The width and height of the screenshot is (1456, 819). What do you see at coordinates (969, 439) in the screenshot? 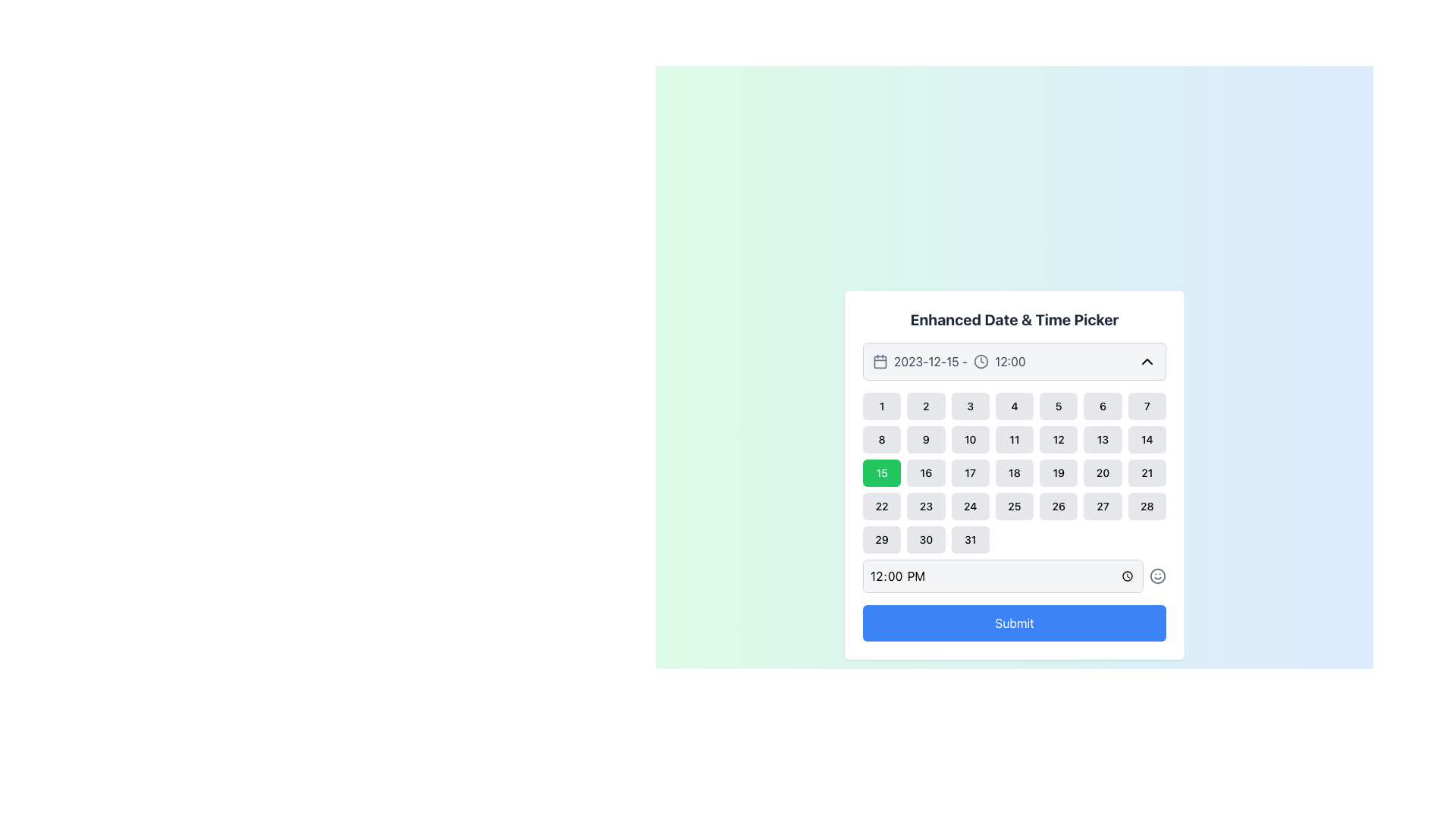
I see `the small rectangular button with rounded corners displaying the bold black text '10', located` at bounding box center [969, 439].